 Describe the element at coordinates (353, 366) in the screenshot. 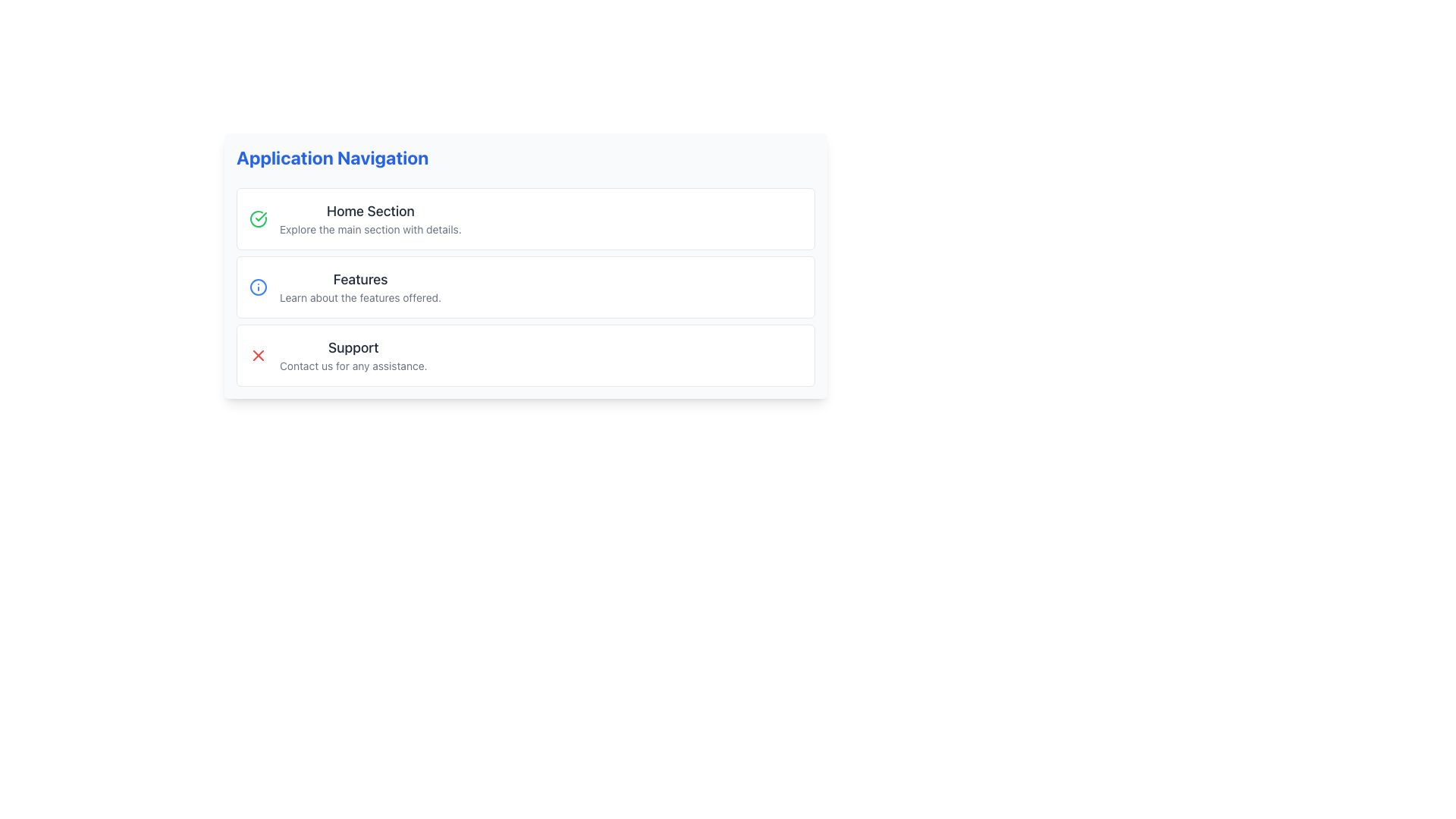

I see `the text label that reads 'Contact us for any assistance.' positioned below the 'Support' text` at that location.